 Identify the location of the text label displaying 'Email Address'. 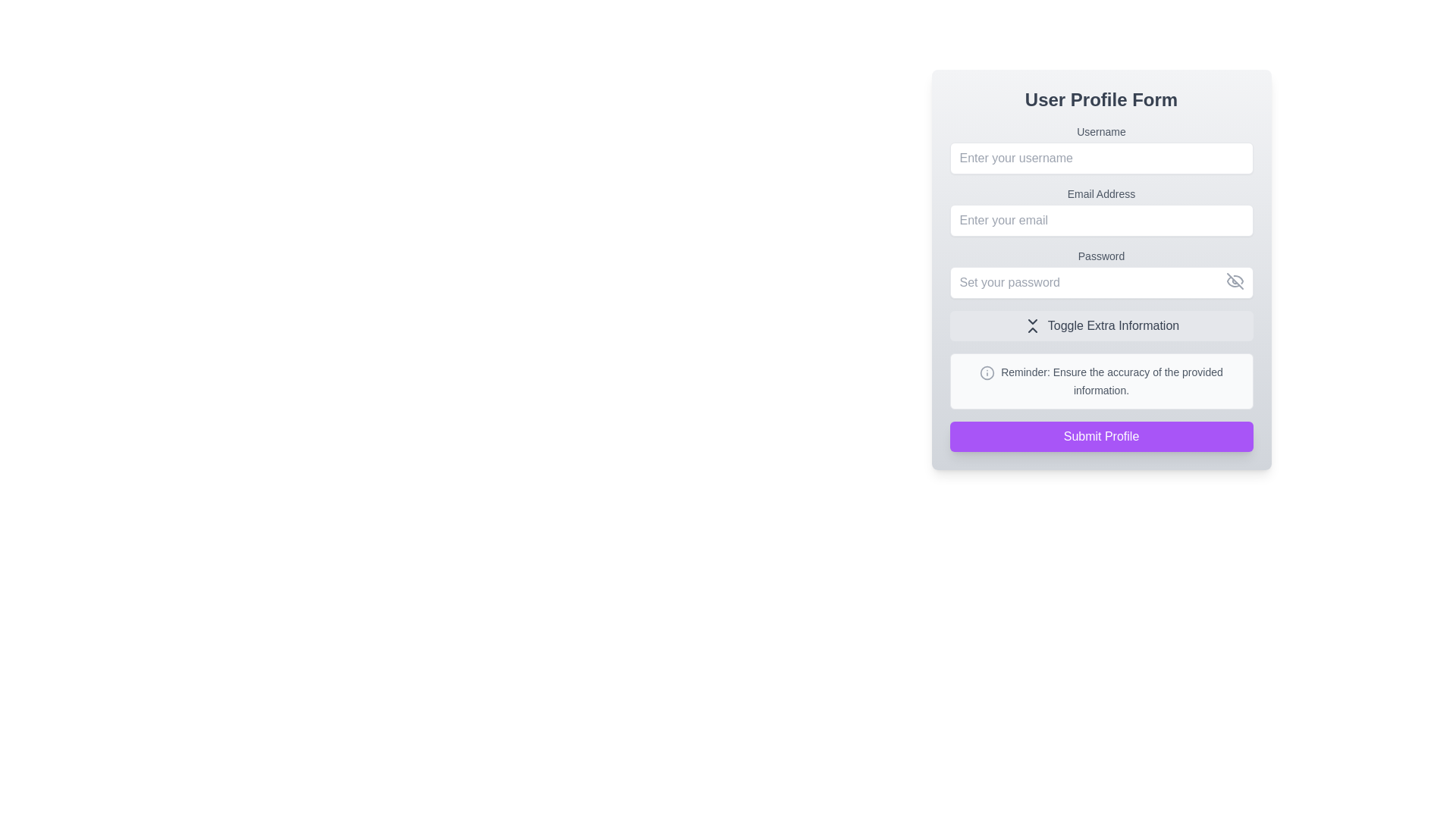
(1101, 193).